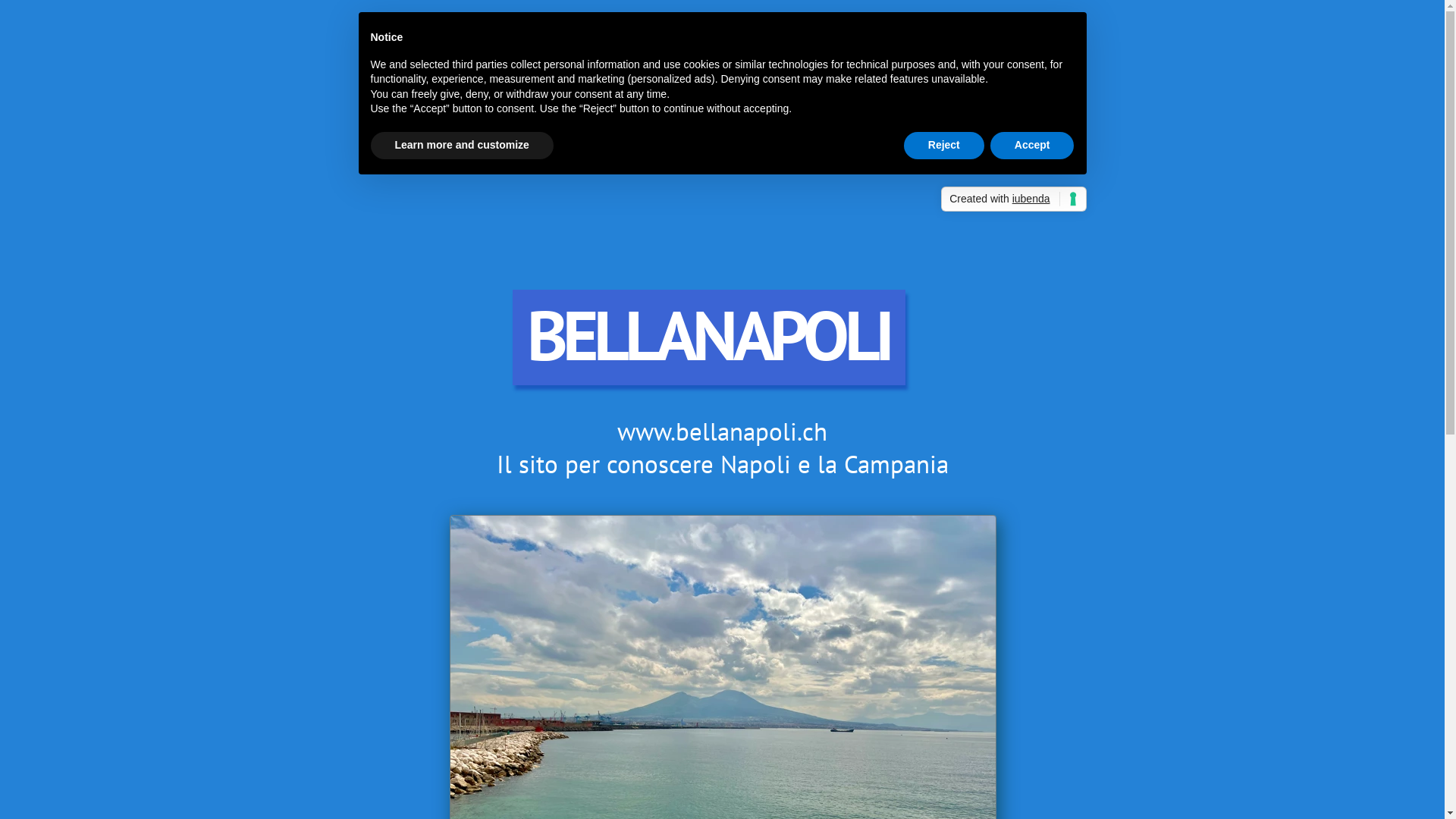  What do you see at coordinates (943, 146) in the screenshot?
I see `'Reject'` at bounding box center [943, 146].